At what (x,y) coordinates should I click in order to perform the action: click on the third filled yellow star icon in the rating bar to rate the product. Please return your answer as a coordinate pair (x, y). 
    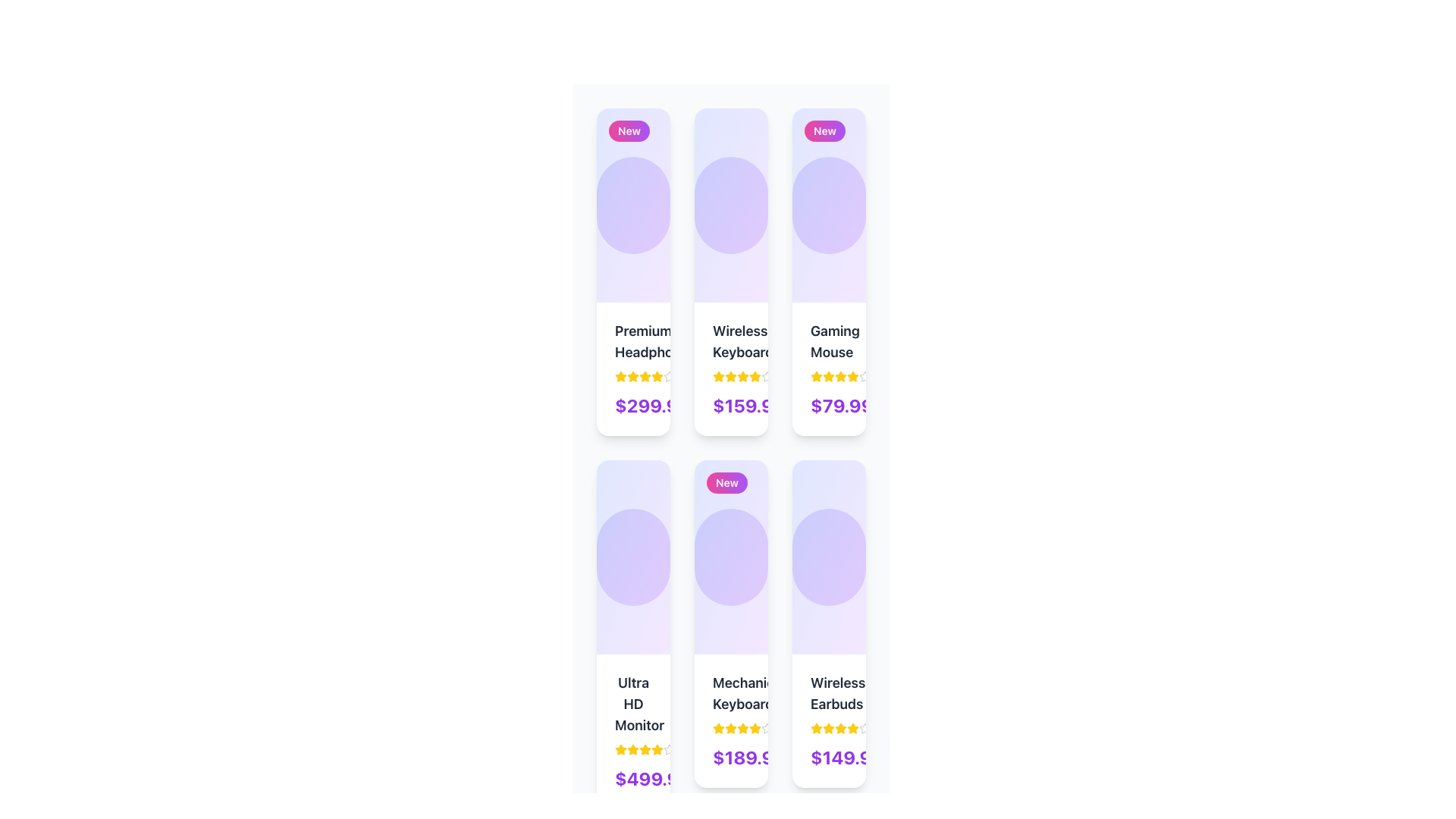
    Looking at the image, I should click on (633, 748).